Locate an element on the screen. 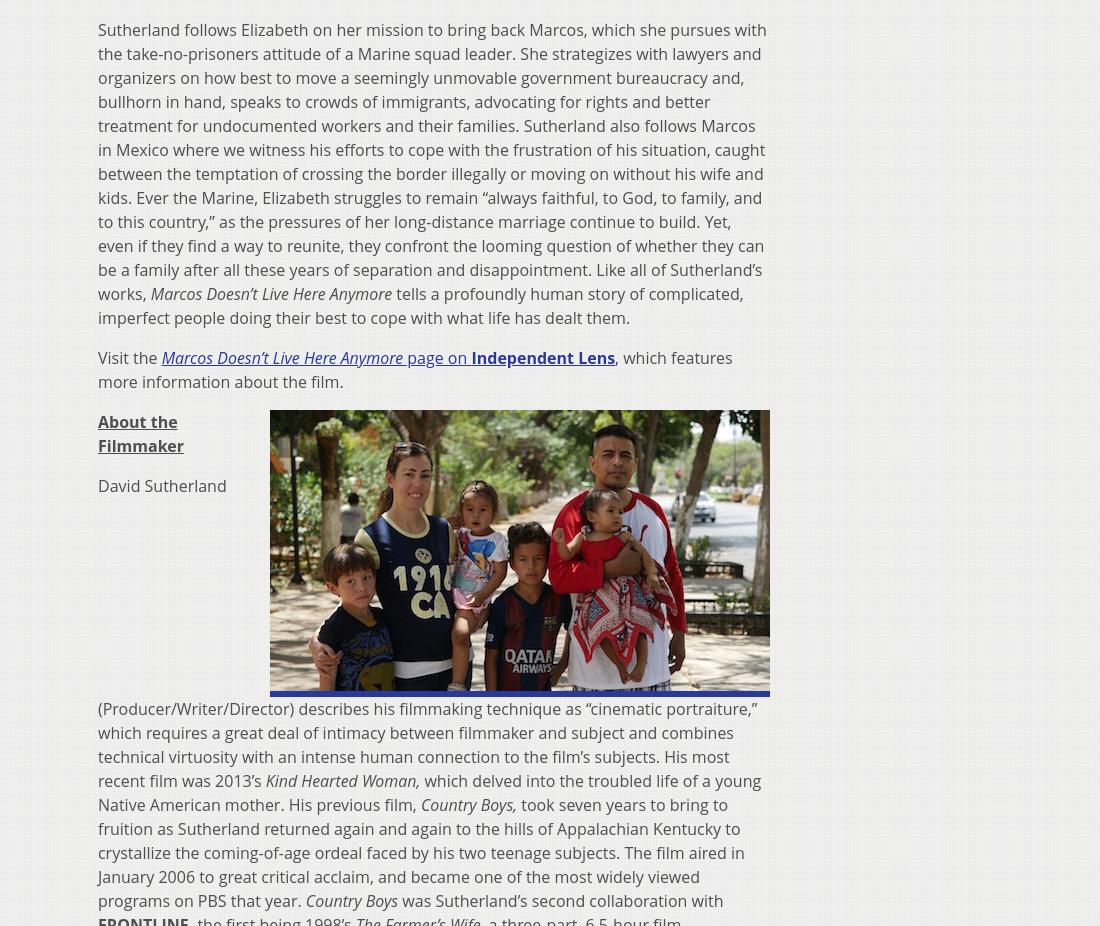 The height and width of the screenshot is (926, 1100). 'David Sutherland (Producer/Writer/Director) describes his filmmaking technique as “cinematic portraiture,” which requires a great deal of intimacy between filmmaker and subject and combines technical virtuosity with an intense human connection to the film’s subjects. His most recent film was 2013’s' is located at coordinates (426, 631).